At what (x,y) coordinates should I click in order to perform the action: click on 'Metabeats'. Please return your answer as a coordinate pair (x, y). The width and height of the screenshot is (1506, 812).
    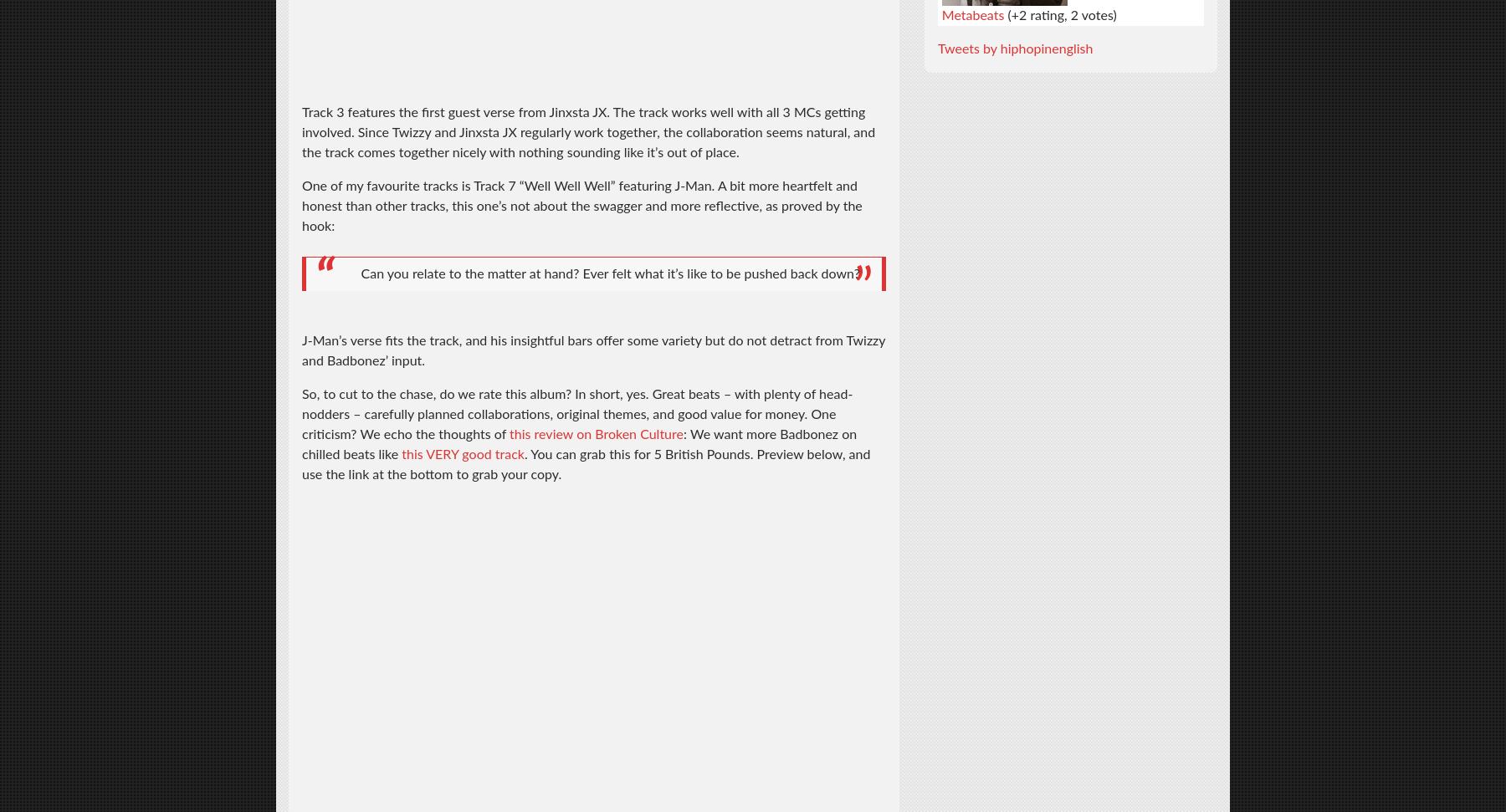
    Looking at the image, I should click on (971, 14).